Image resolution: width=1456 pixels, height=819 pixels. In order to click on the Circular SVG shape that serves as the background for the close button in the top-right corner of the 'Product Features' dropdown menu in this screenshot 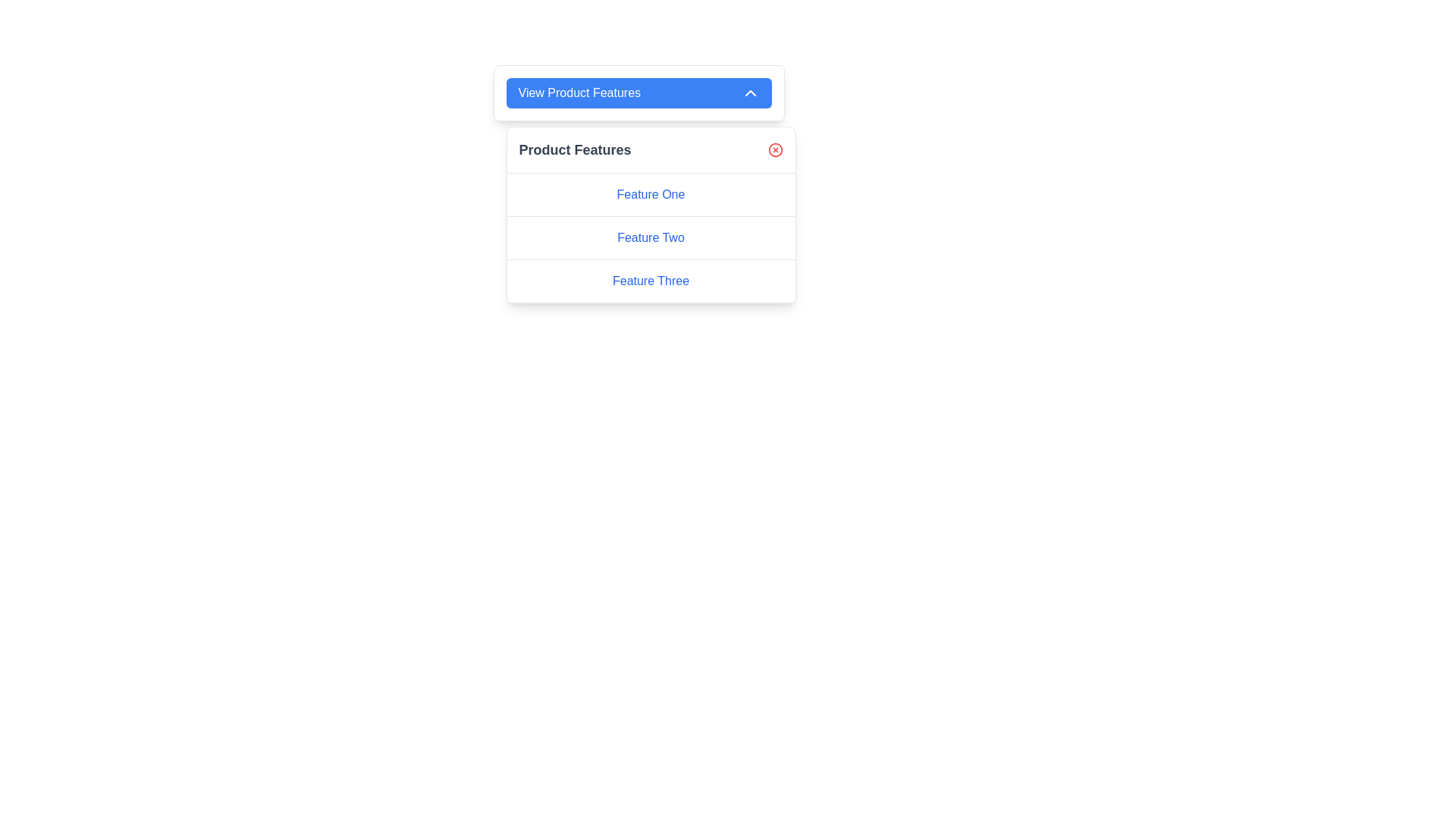, I will do `click(775, 149)`.